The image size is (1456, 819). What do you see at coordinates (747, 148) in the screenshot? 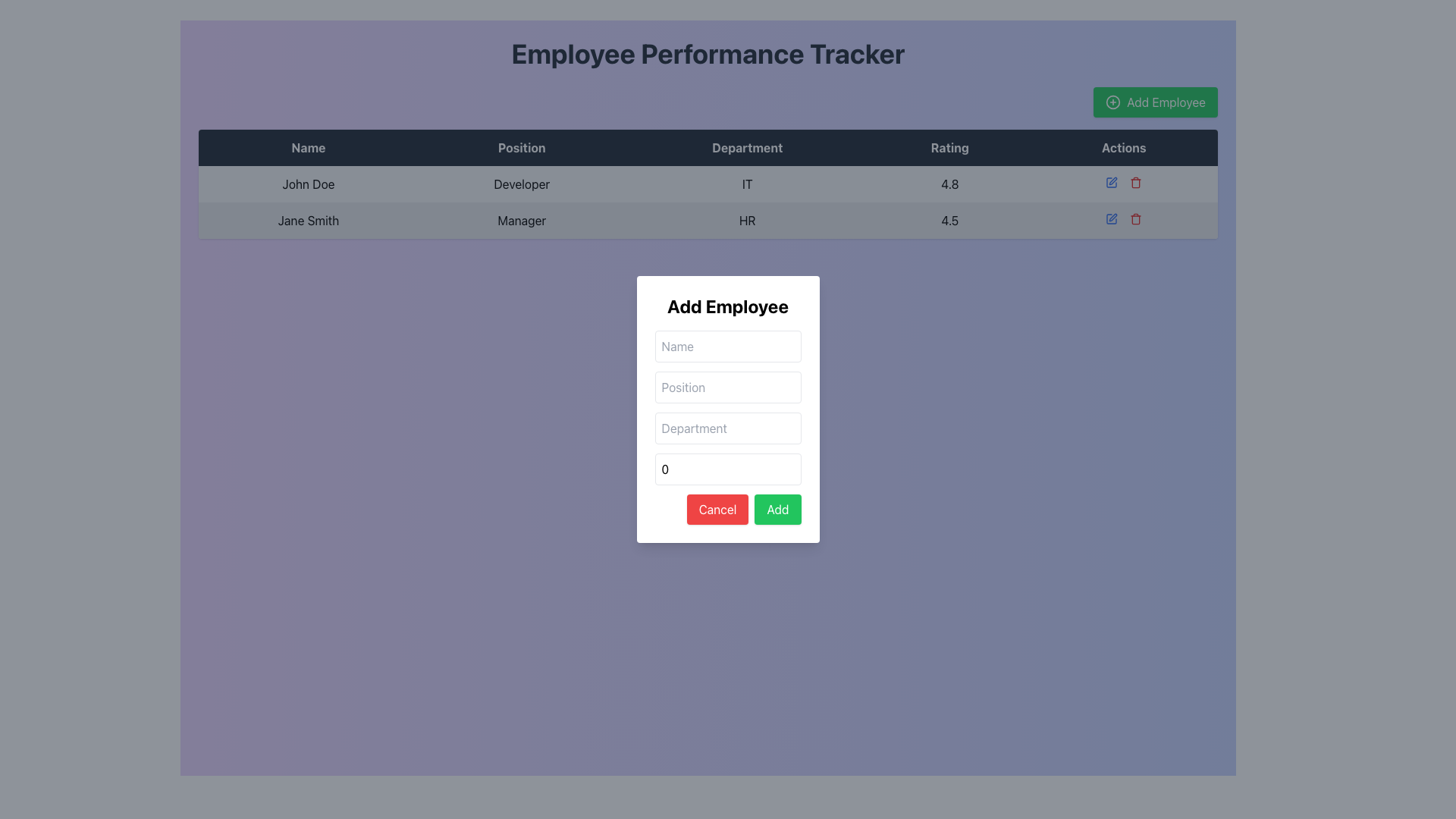
I see `label 'Department' from the Table Header Cell located in the third column of the header row, which is positioned between 'Position' and 'Rating'` at bounding box center [747, 148].